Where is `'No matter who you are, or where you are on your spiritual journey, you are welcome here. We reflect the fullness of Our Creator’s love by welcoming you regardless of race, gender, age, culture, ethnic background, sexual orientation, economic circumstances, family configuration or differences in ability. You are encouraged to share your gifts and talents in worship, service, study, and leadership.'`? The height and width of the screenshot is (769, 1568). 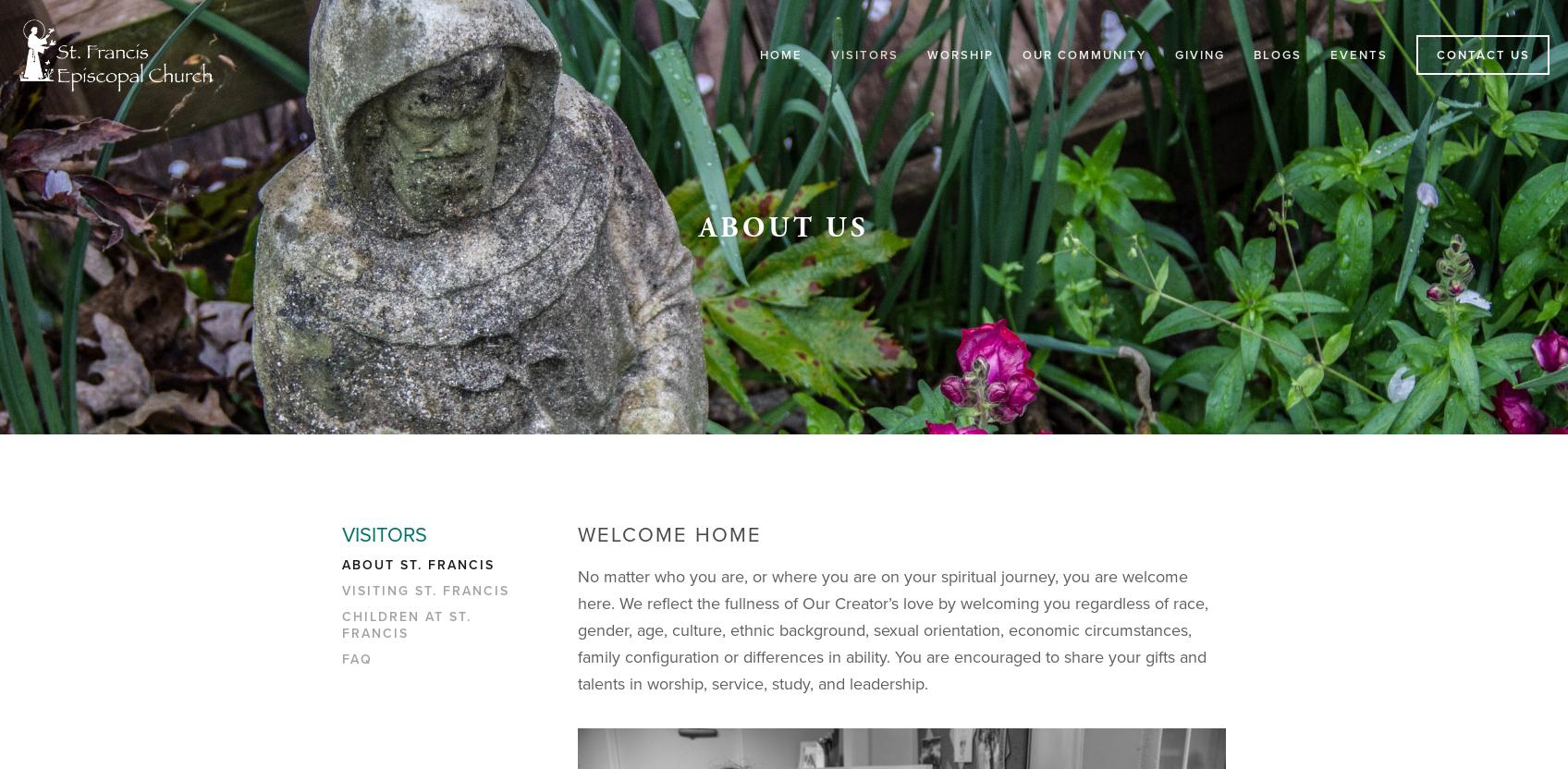 'No matter who you are, or where you are on your spiritual journey, you are welcome here. We reflect the fullness of Our Creator’s love by welcoming you regardless of race, gender, age, culture, ethnic background, sexual orientation, economic circumstances, family configuration or differences in ability. You are encouraged to share your gifts and talents in worship, service, study, and leadership.' is located at coordinates (894, 629).